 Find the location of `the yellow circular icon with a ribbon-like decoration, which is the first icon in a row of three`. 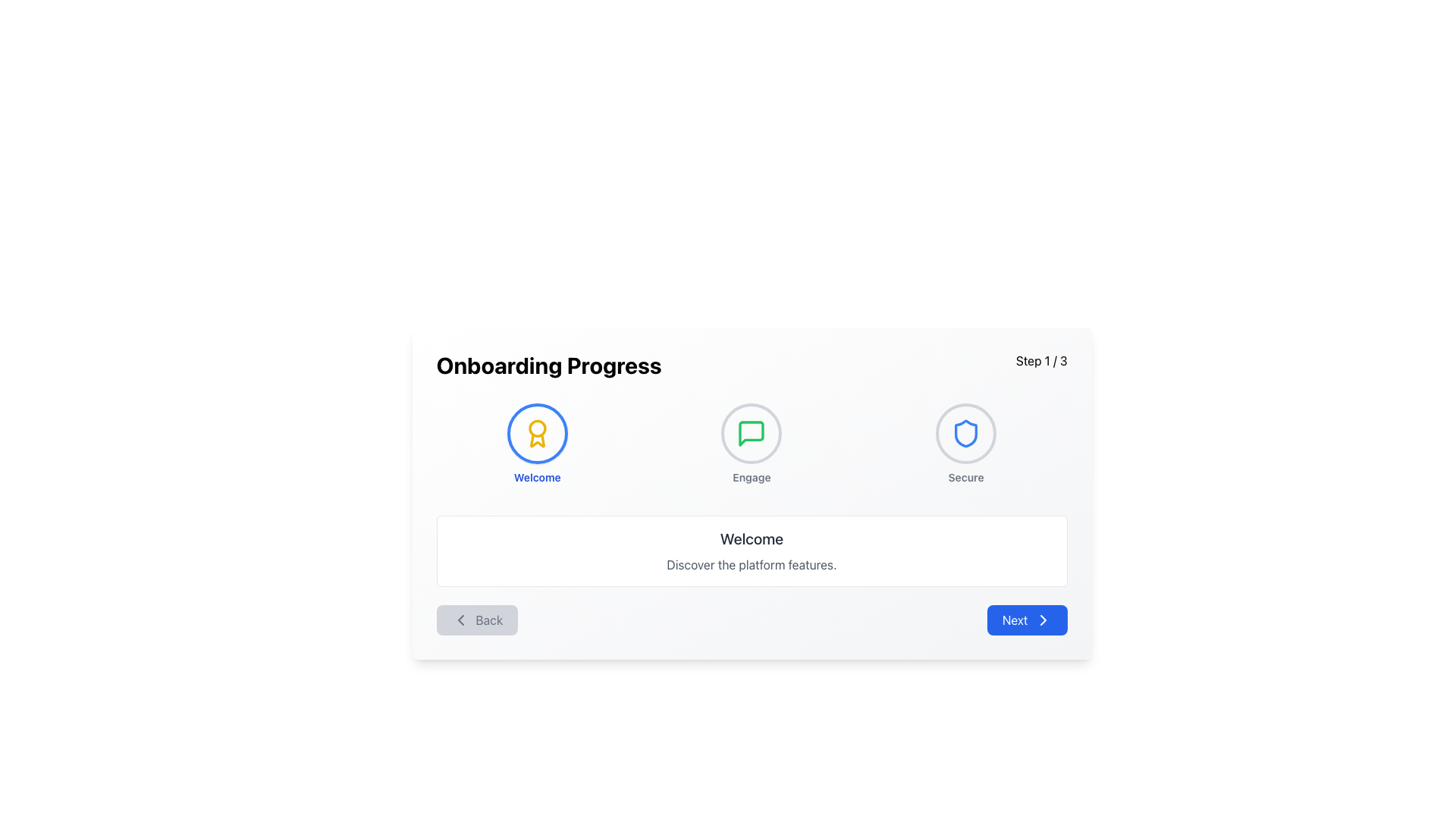

the yellow circular icon with a ribbon-like decoration, which is the first icon in a row of three is located at coordinates (537, 433).